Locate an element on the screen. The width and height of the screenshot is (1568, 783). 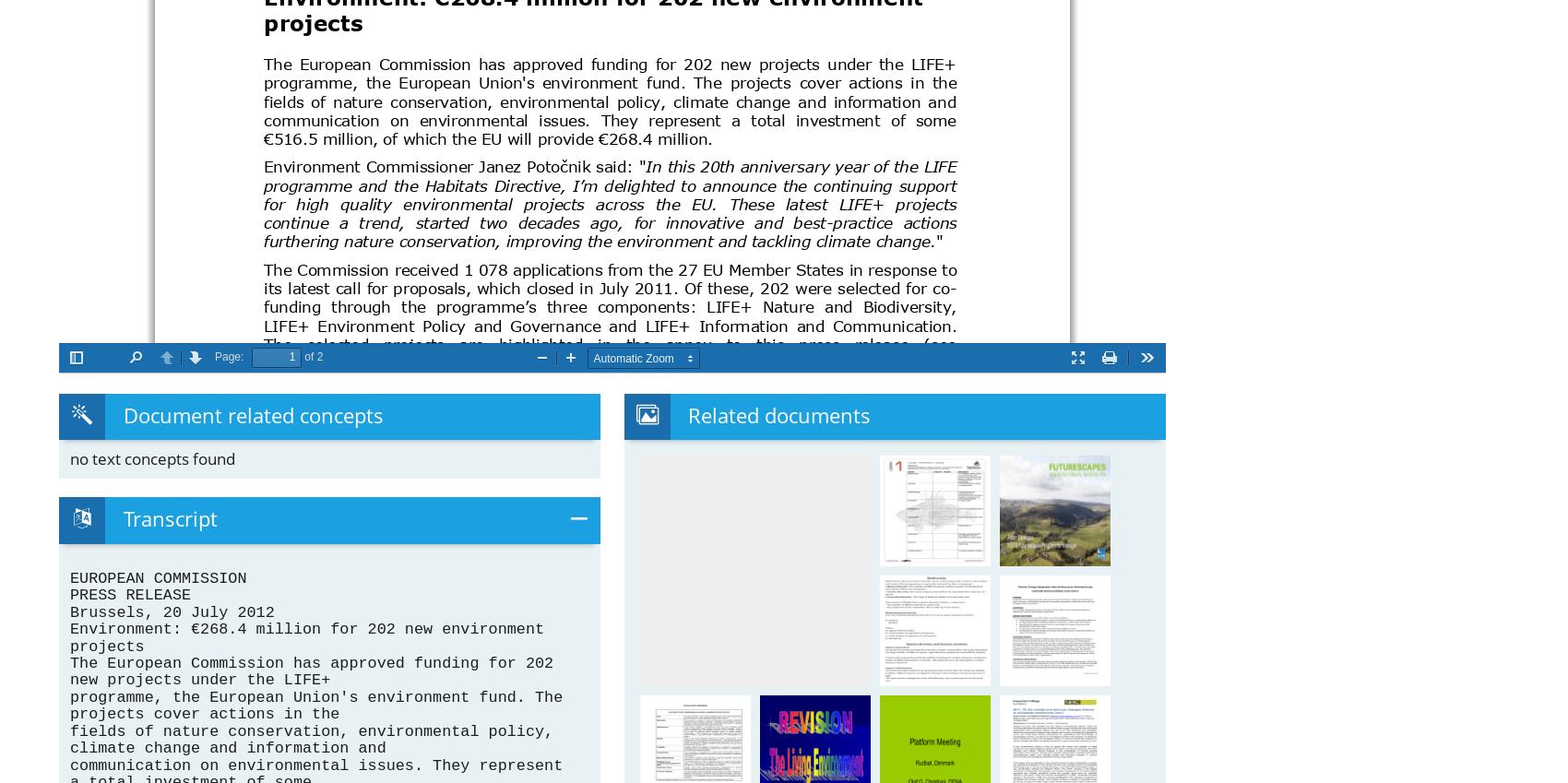
'Document related concepts' is located at coordinates (253, 414).